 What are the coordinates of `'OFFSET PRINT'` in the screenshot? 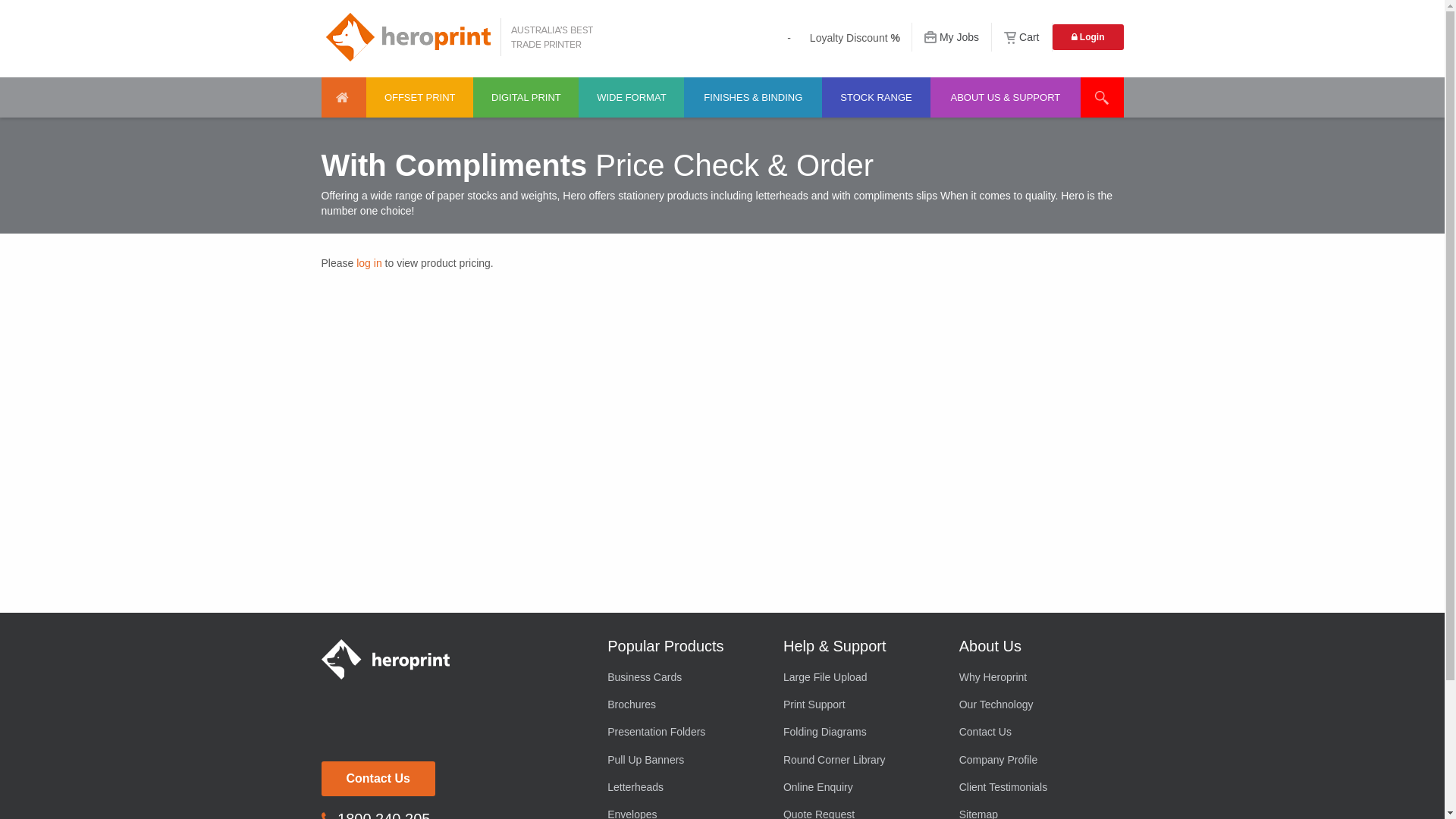 It's located at (419, 96).